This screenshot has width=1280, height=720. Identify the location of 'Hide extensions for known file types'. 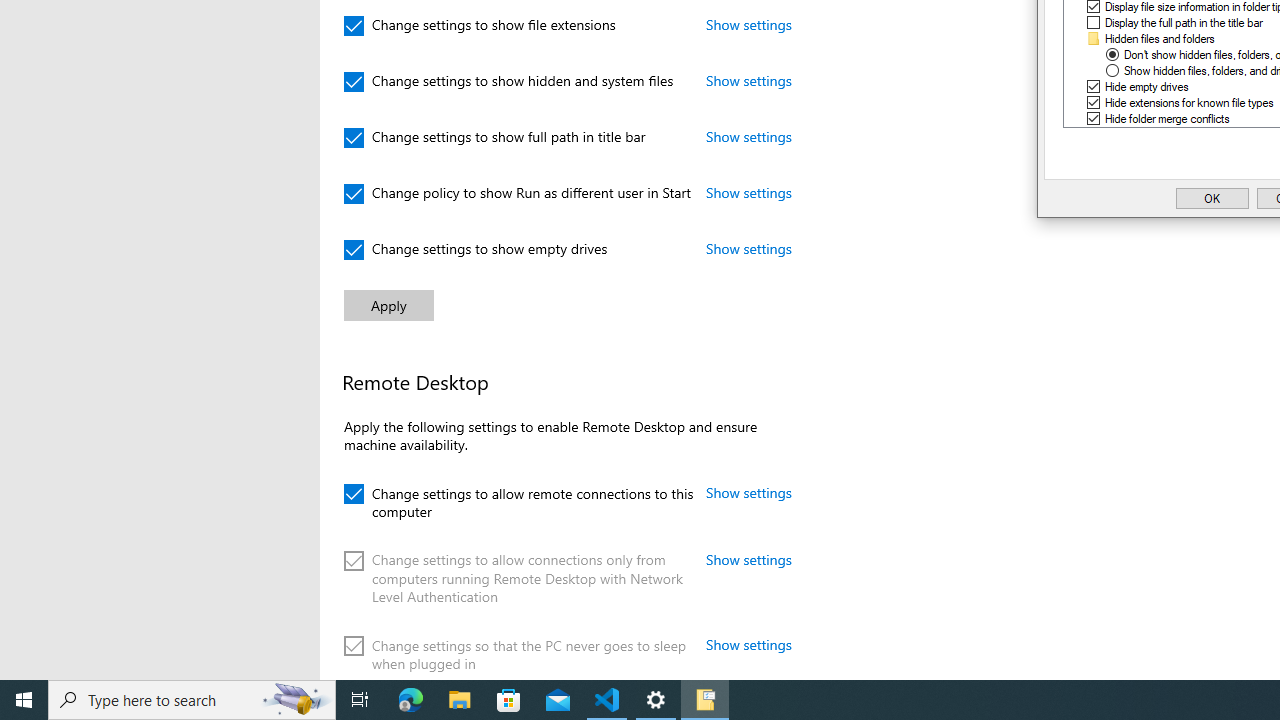
(1189, 102).